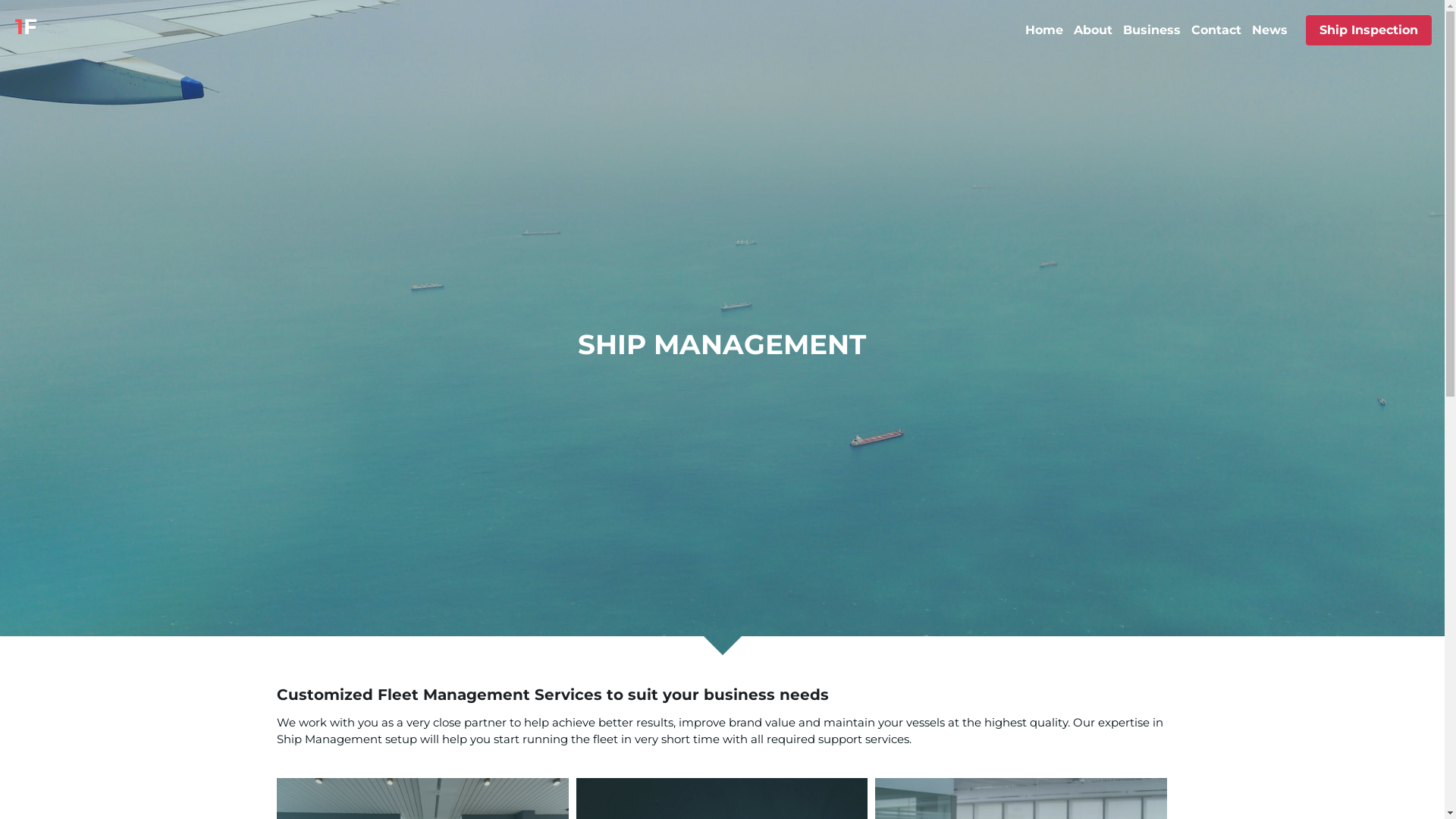 Image resolution: width=1456 pixels, height=819 pixels. Describe the element at coordinates (1093, 30) in the screenshot. I see `'About'` at that location.